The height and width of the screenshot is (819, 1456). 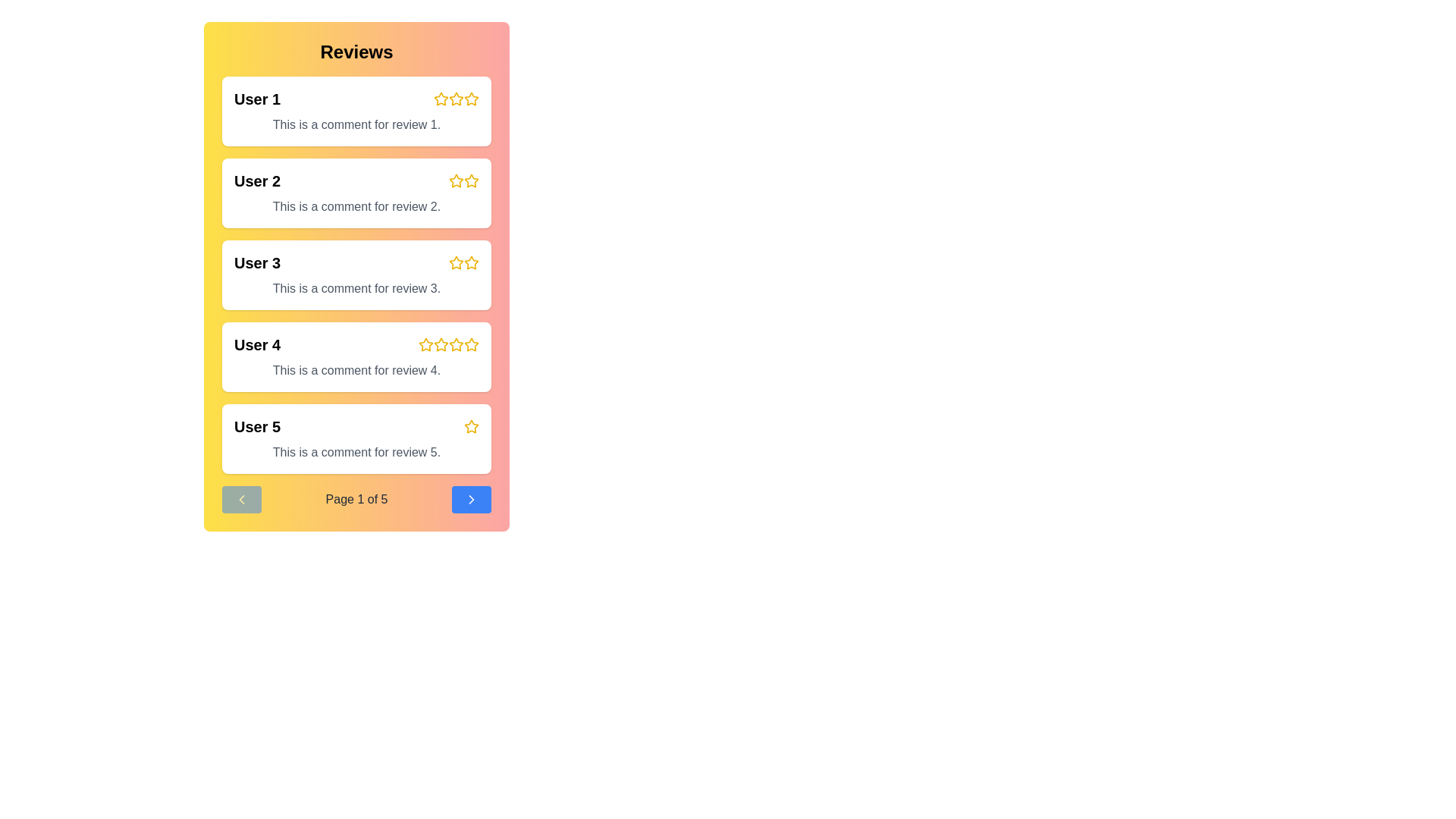 I want to click on the second star icon in the rating section for 'User 2', so click(x=471, y=180).